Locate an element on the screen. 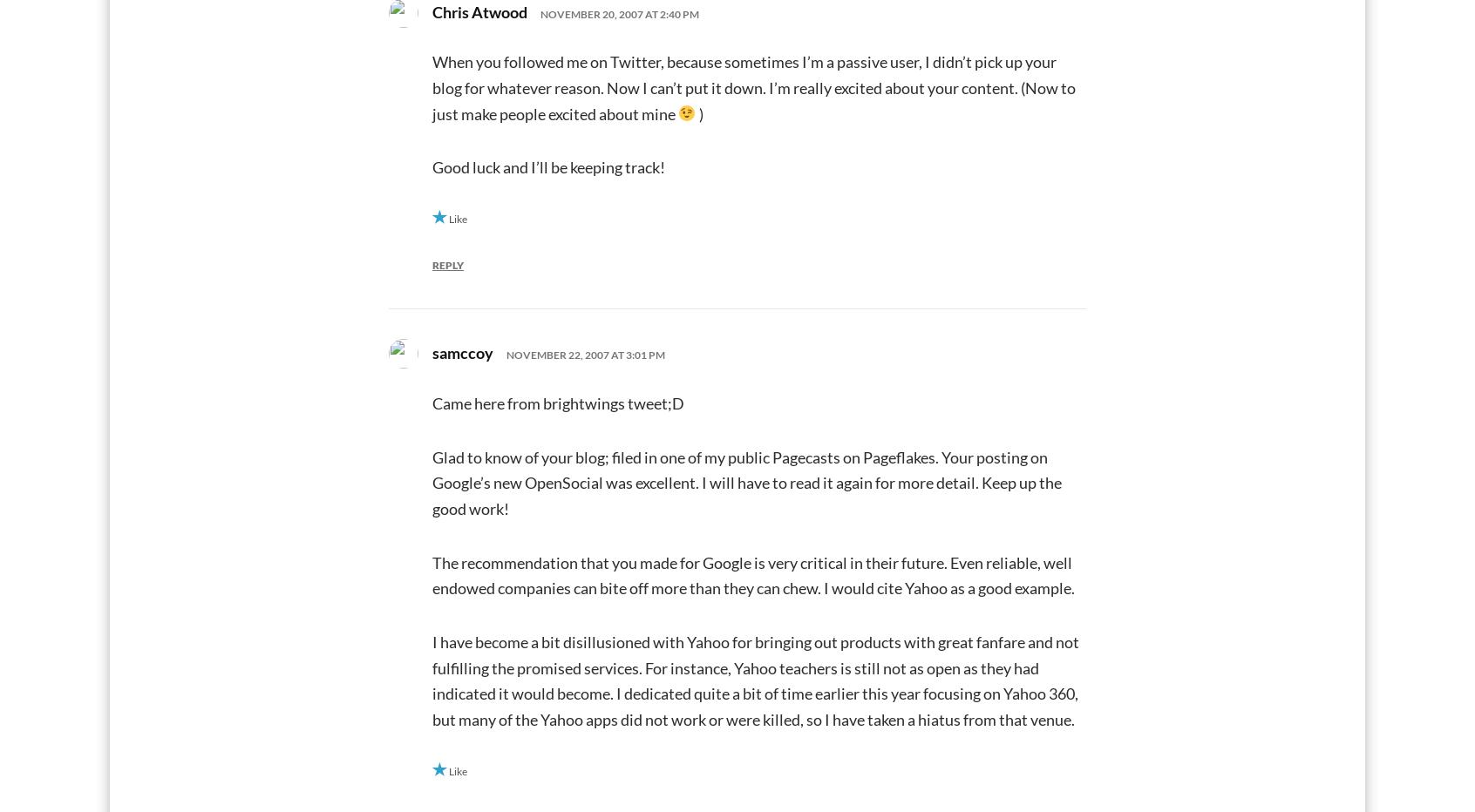  'When you followed me on Twitter, because sometimes I’m a passive user, I didn’t pick up your blog for whatever reason. Now I can’t put it down. I’m really excited about your content. (Now to just make people excited about mine' is located at coordinates (752, 87).